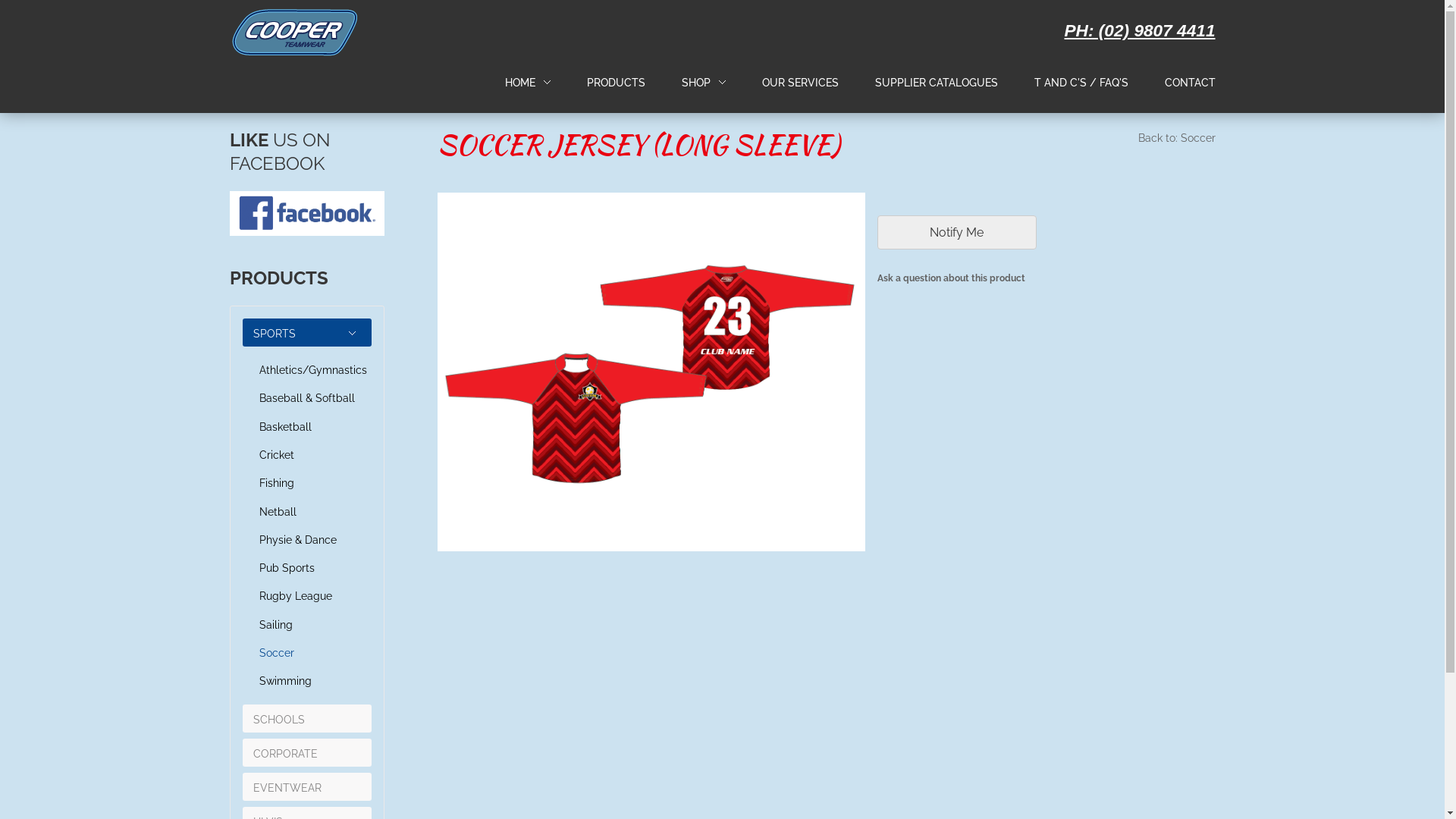 Image resolution: width=1456 pixels, height=819 pixels. Describe the element at coordinates (1033, 82) in the screenshot. I see `'T AND C'S / FAQ'S'` at that location.